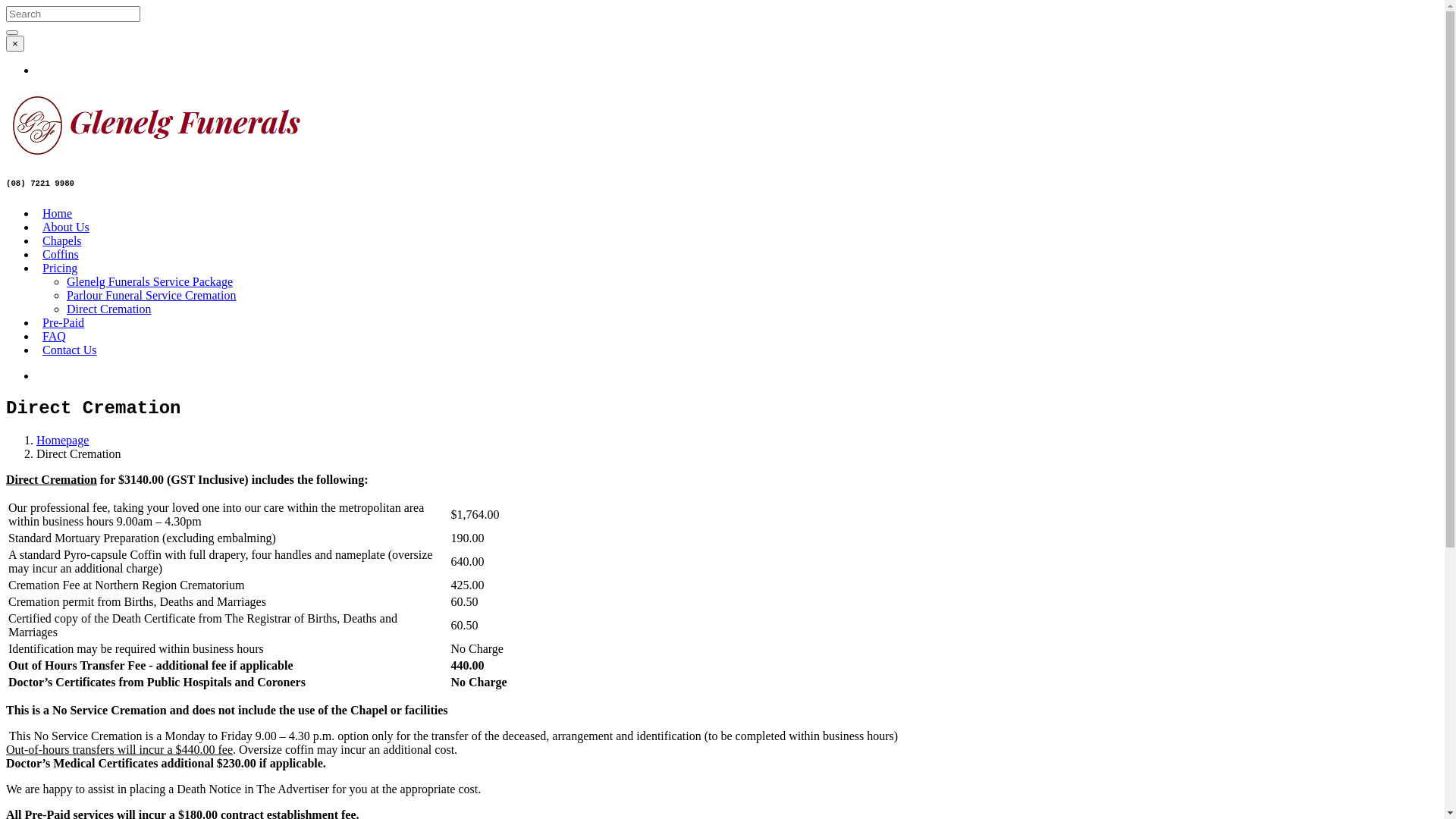  What do you see at coordinates (62, 322) in the screenshot?
I see `'Pre-Paid'` at bounding box center [62, 322].